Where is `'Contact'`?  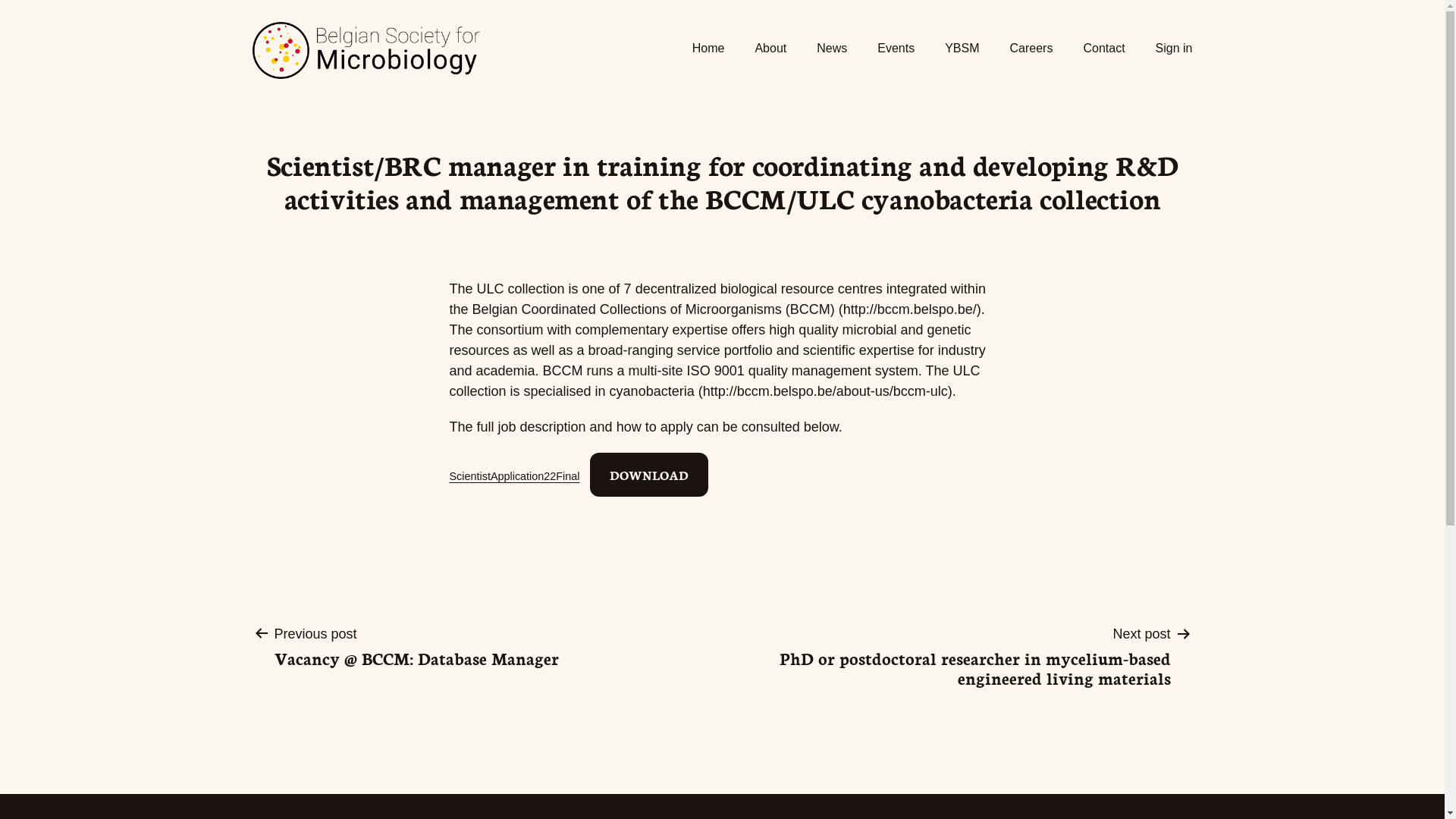 'Contact' is located at coordinates (1066, 48).